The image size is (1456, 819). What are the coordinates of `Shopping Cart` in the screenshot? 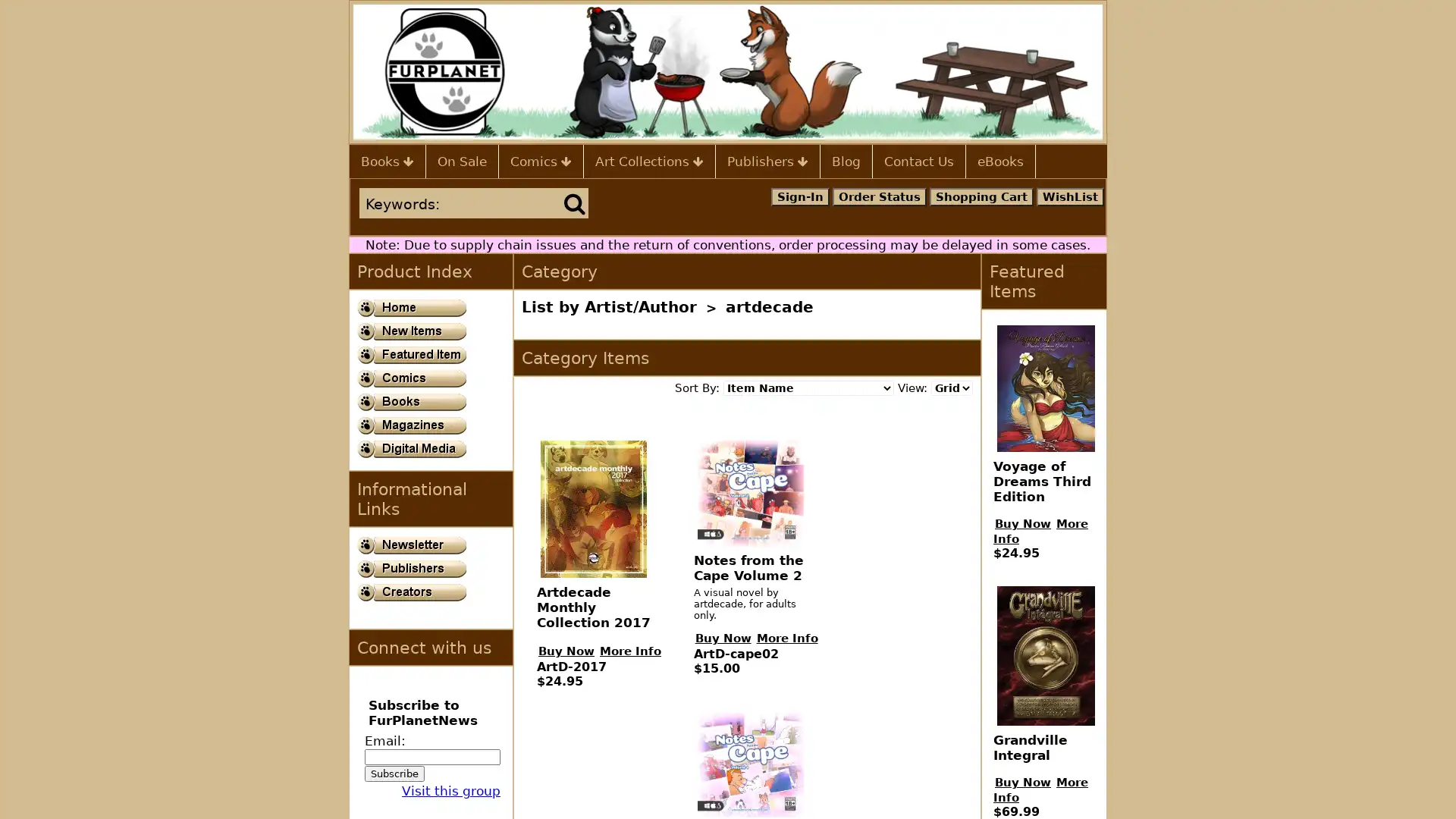 It's located at (981, 195).